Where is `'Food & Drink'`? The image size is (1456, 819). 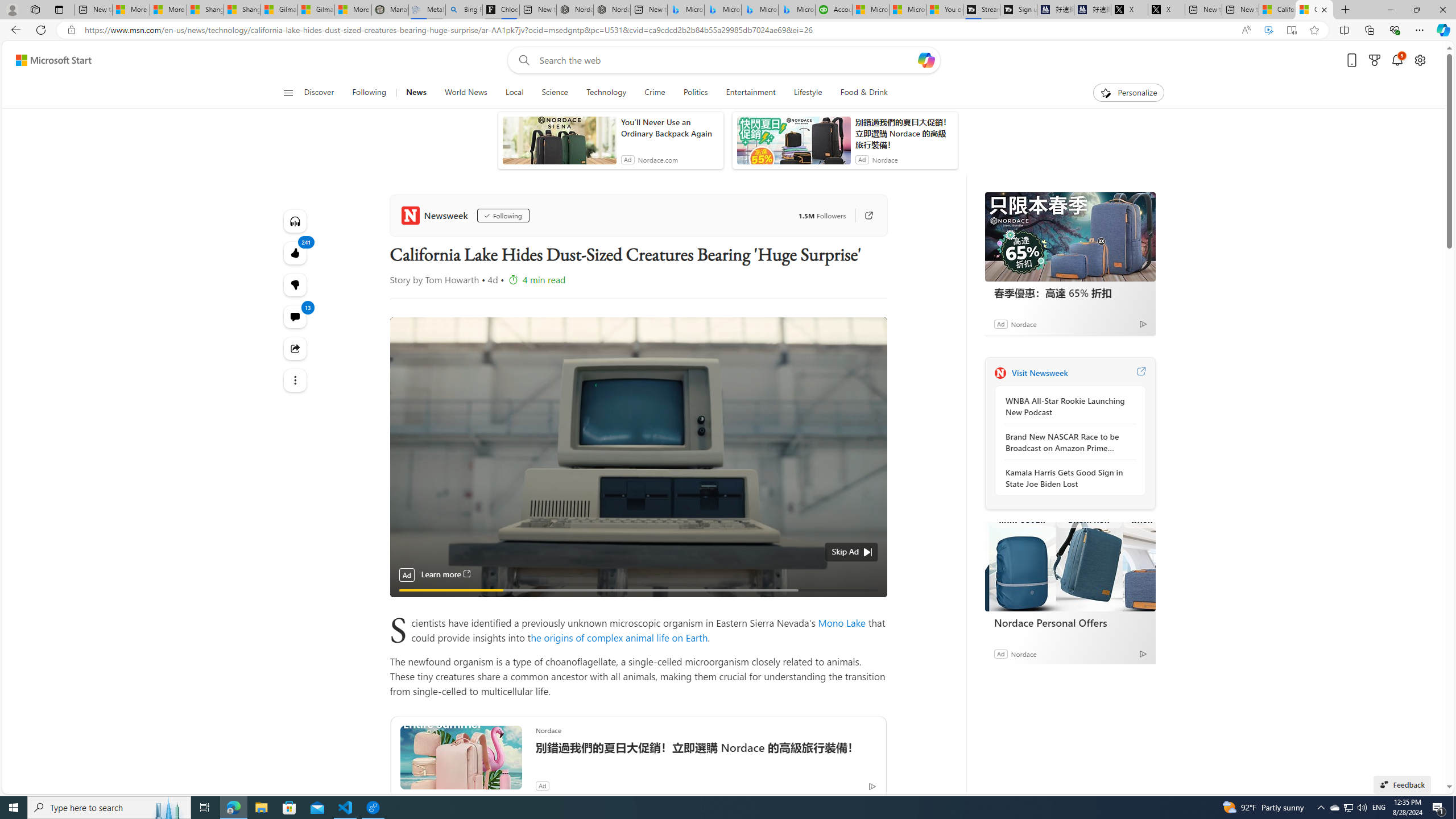
'Food & Drink' is located at coordinates (864, 92).